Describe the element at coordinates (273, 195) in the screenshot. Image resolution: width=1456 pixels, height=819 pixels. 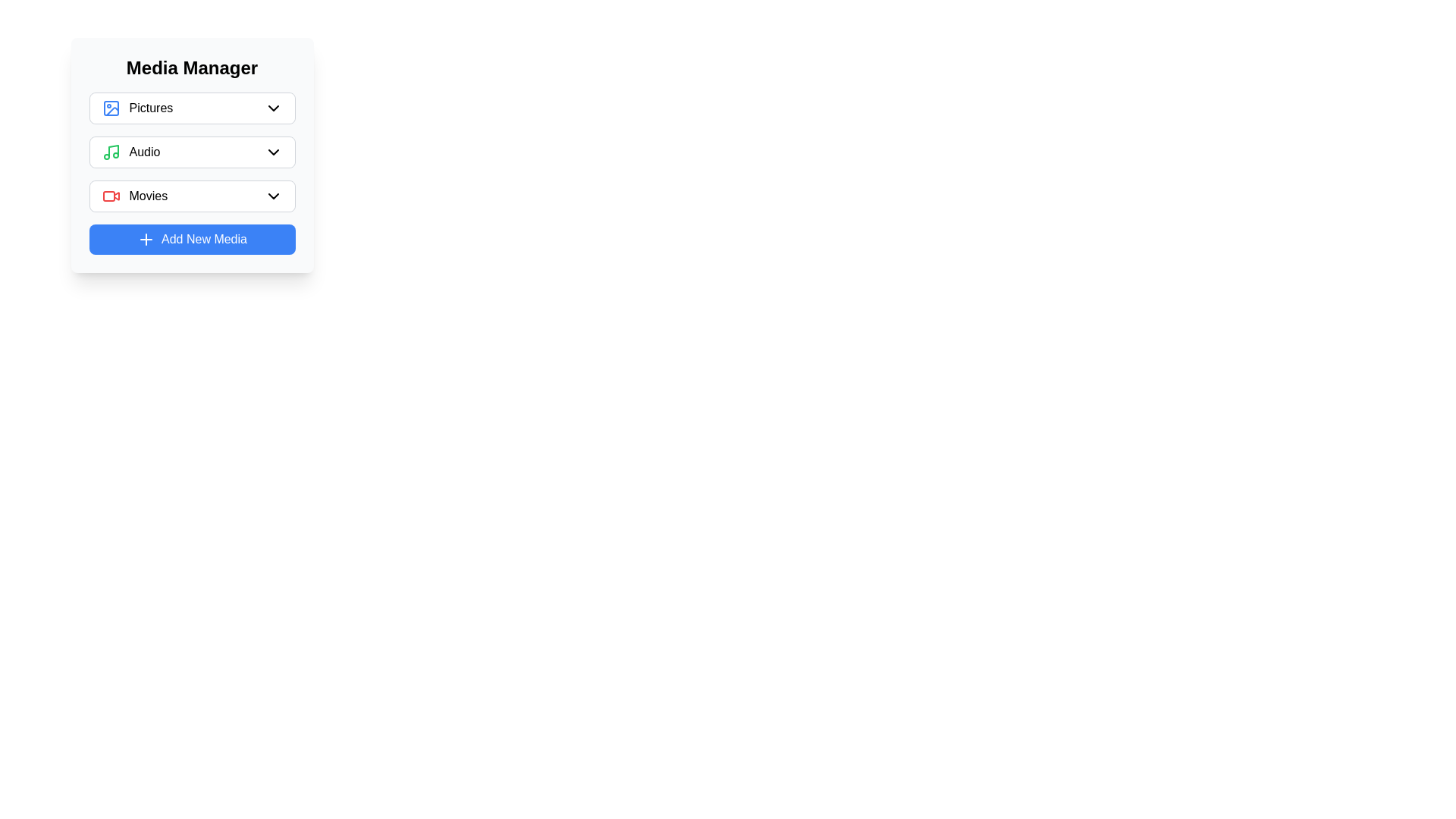
I see `the chevron dropdown toggle icon located to the right of the 'Movies' text label` at that location.